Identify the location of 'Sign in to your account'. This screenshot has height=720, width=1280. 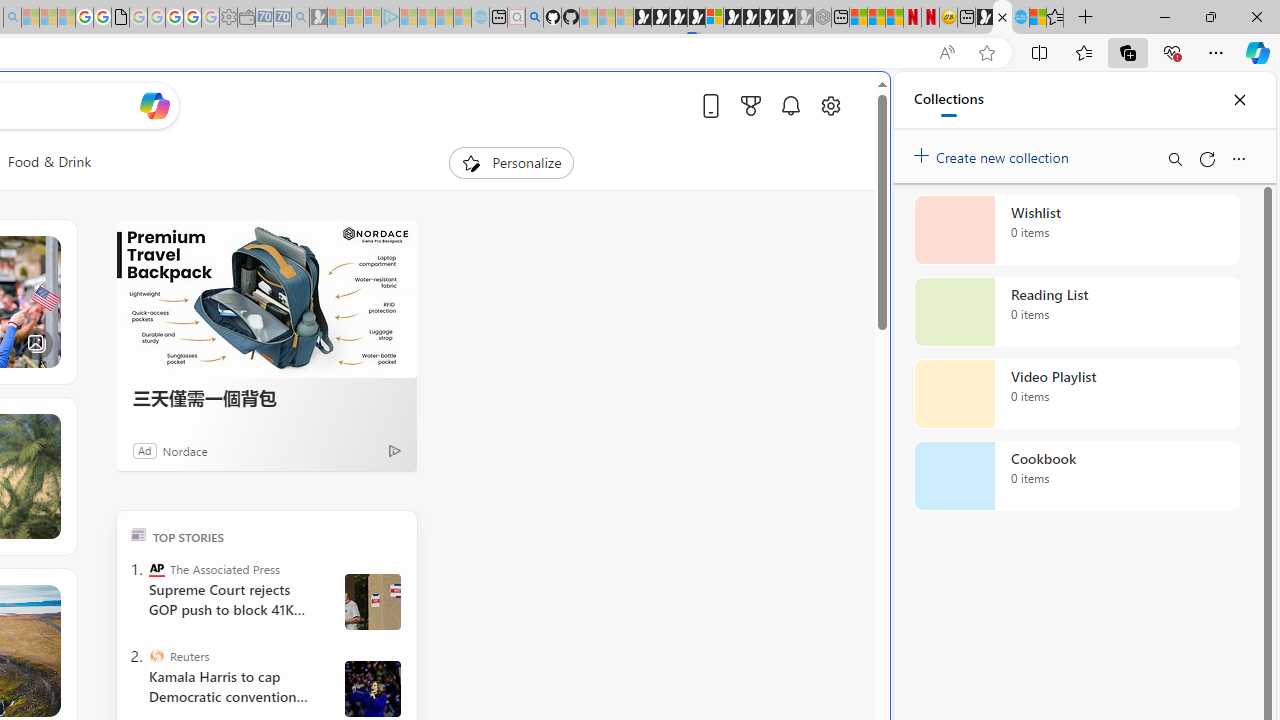
(714, 17).